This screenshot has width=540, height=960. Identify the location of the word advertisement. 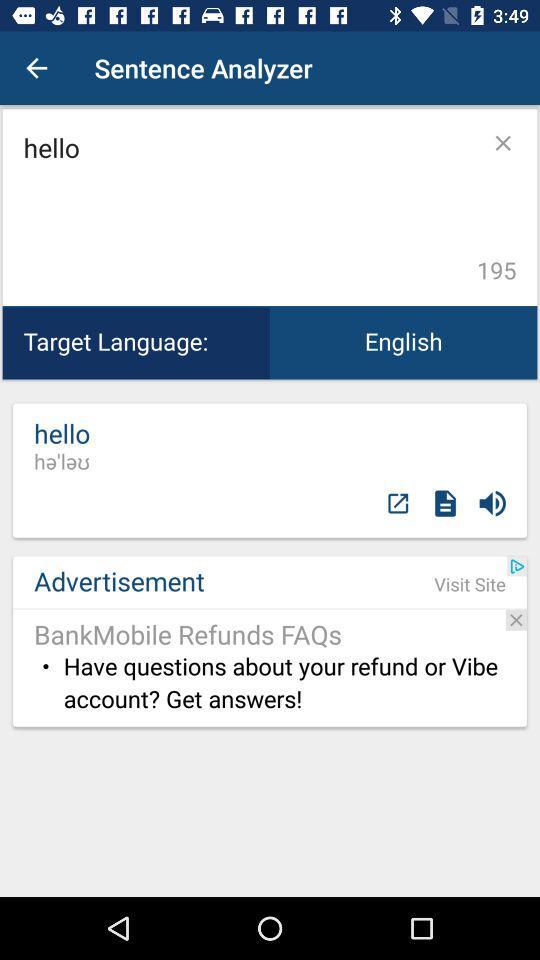
(270, 640).